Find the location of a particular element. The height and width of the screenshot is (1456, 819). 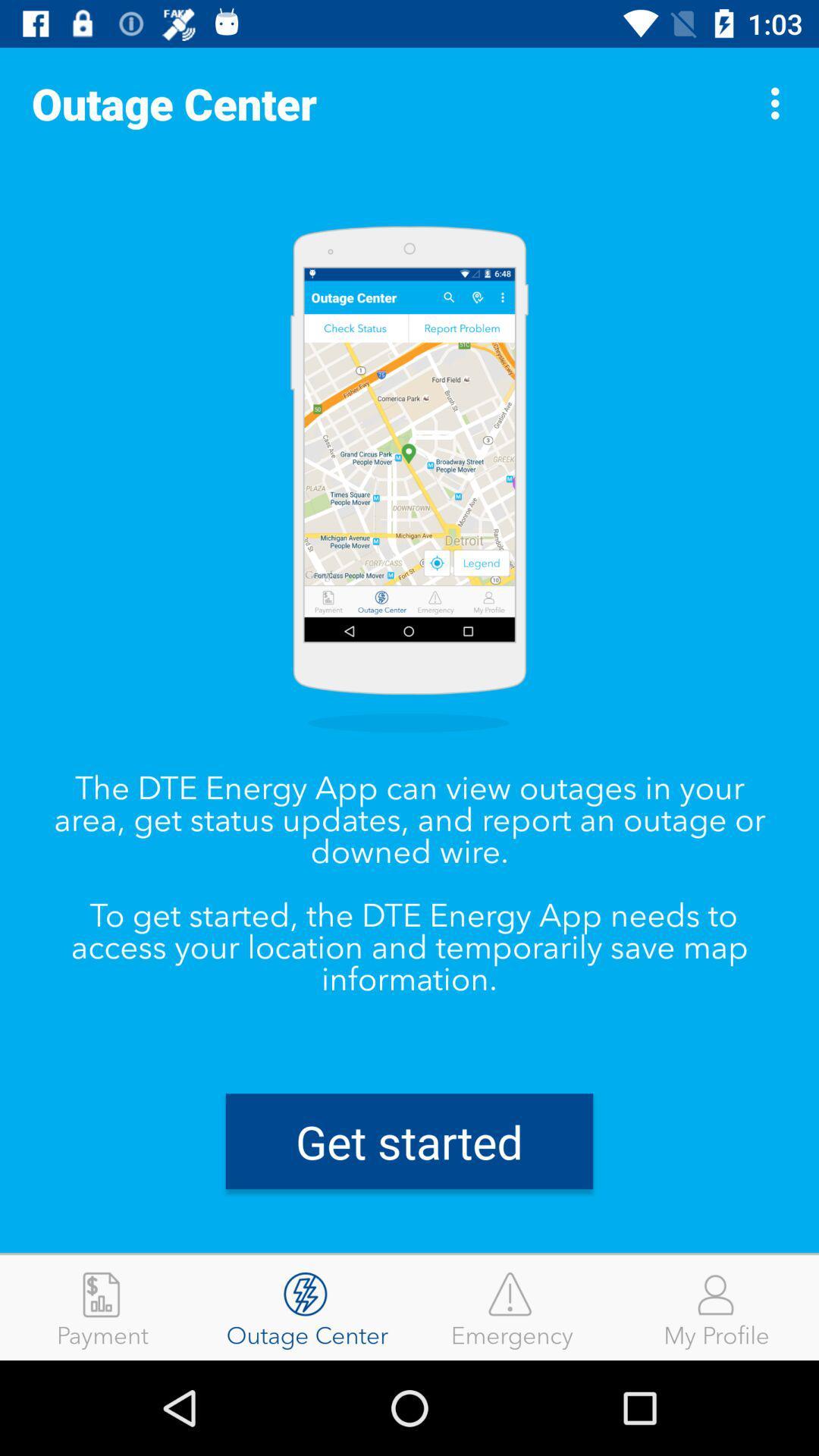

emergency is located at coordinates (512, 1307).